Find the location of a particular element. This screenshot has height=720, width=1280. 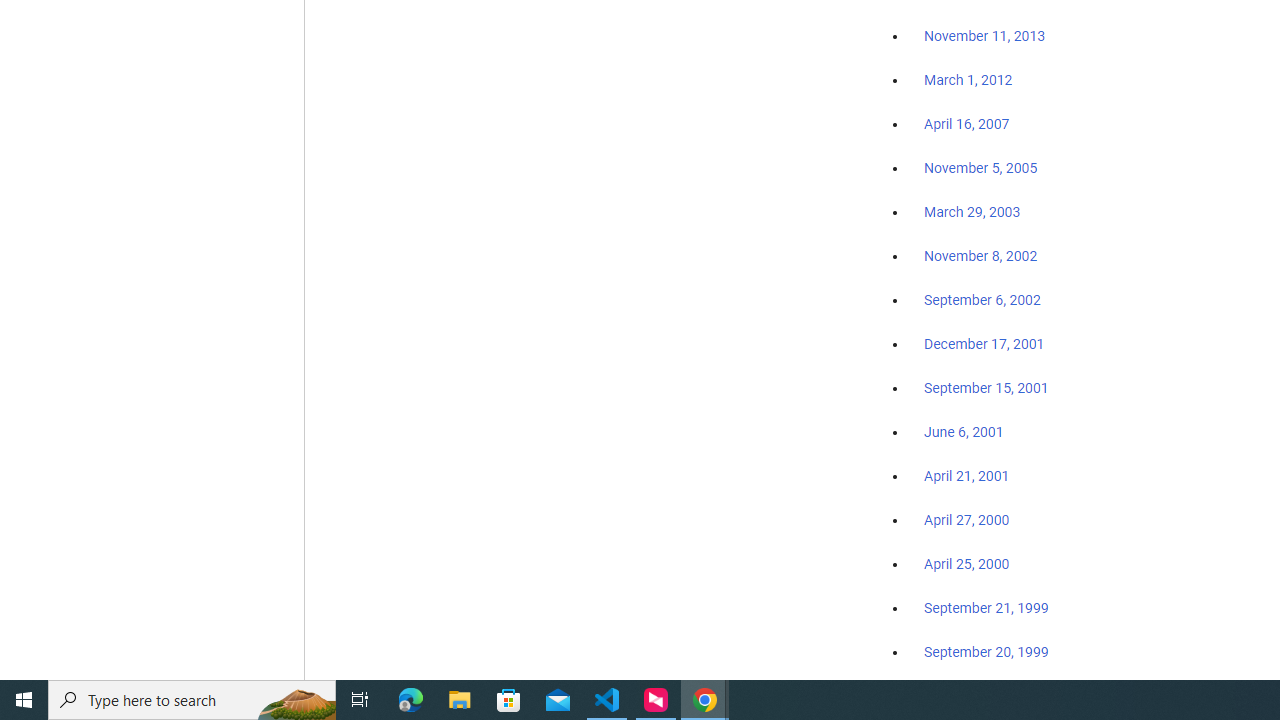

'September 20, 1999' is located at coordinates (986, 651).